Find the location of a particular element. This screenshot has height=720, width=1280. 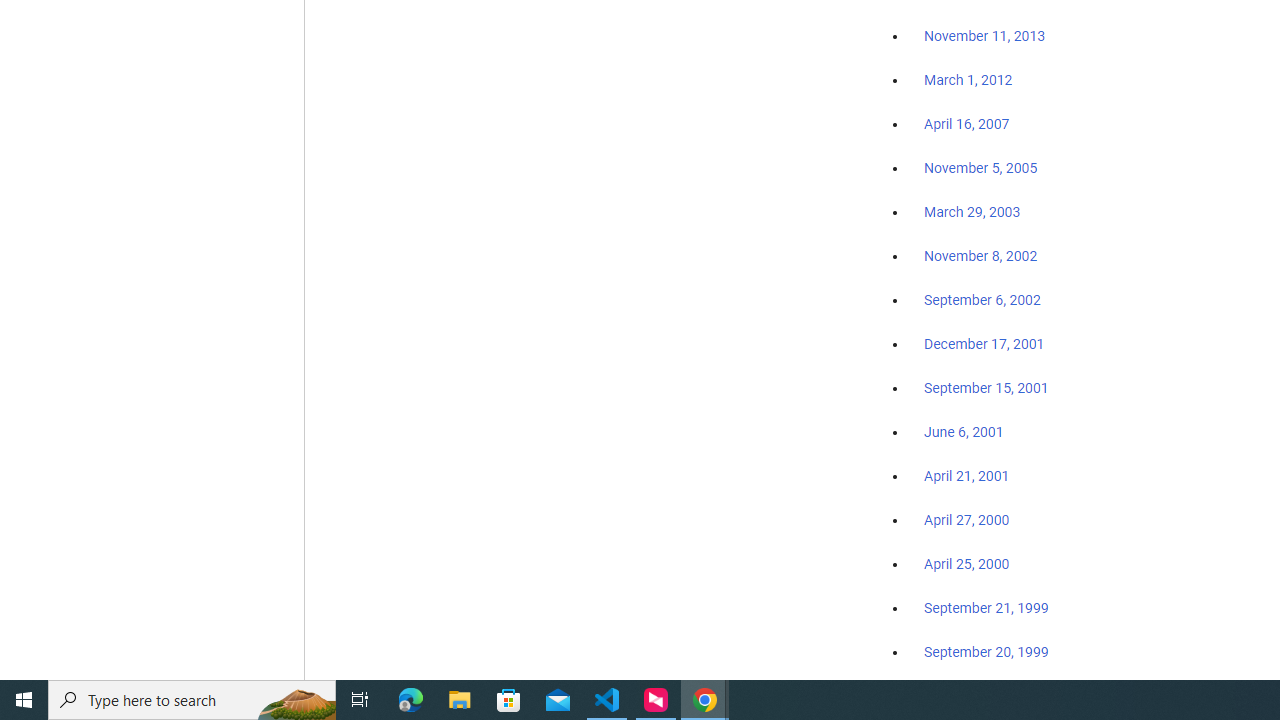

'September 20, 1999' is located at coordinates (986, 651).